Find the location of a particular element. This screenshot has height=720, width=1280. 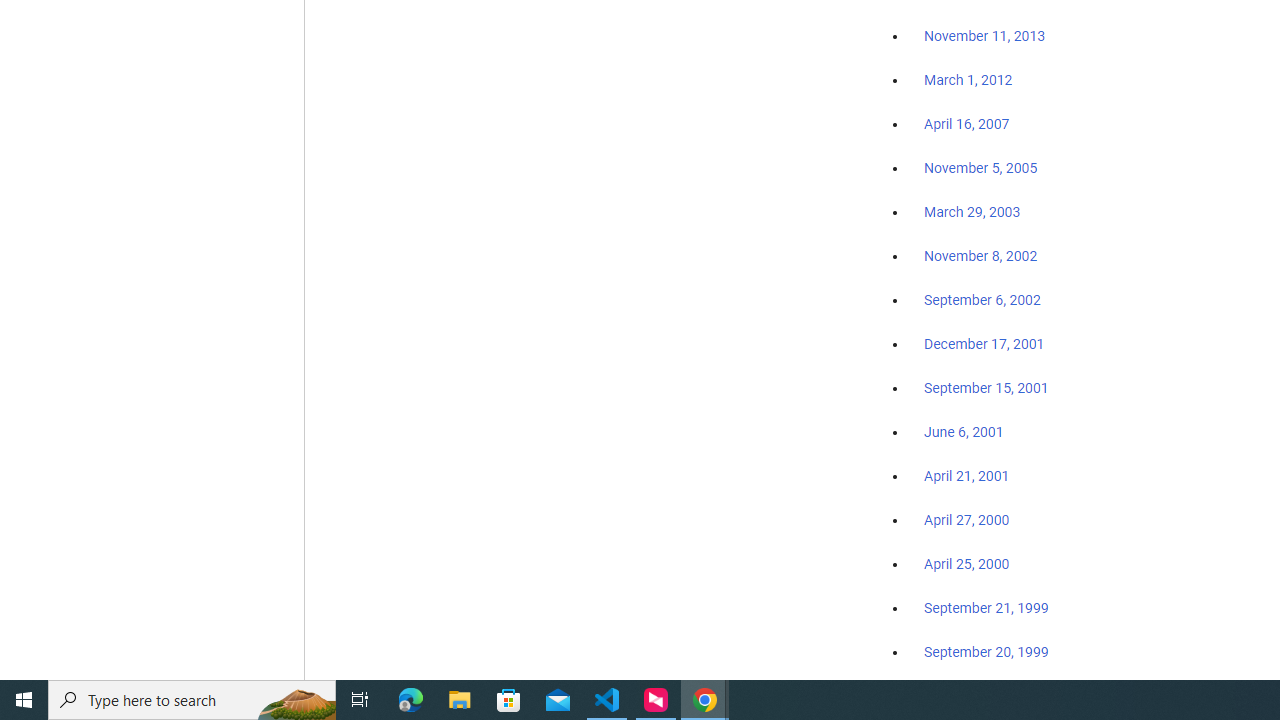

'September 20, 1999' is located at coordinates (986, 651).